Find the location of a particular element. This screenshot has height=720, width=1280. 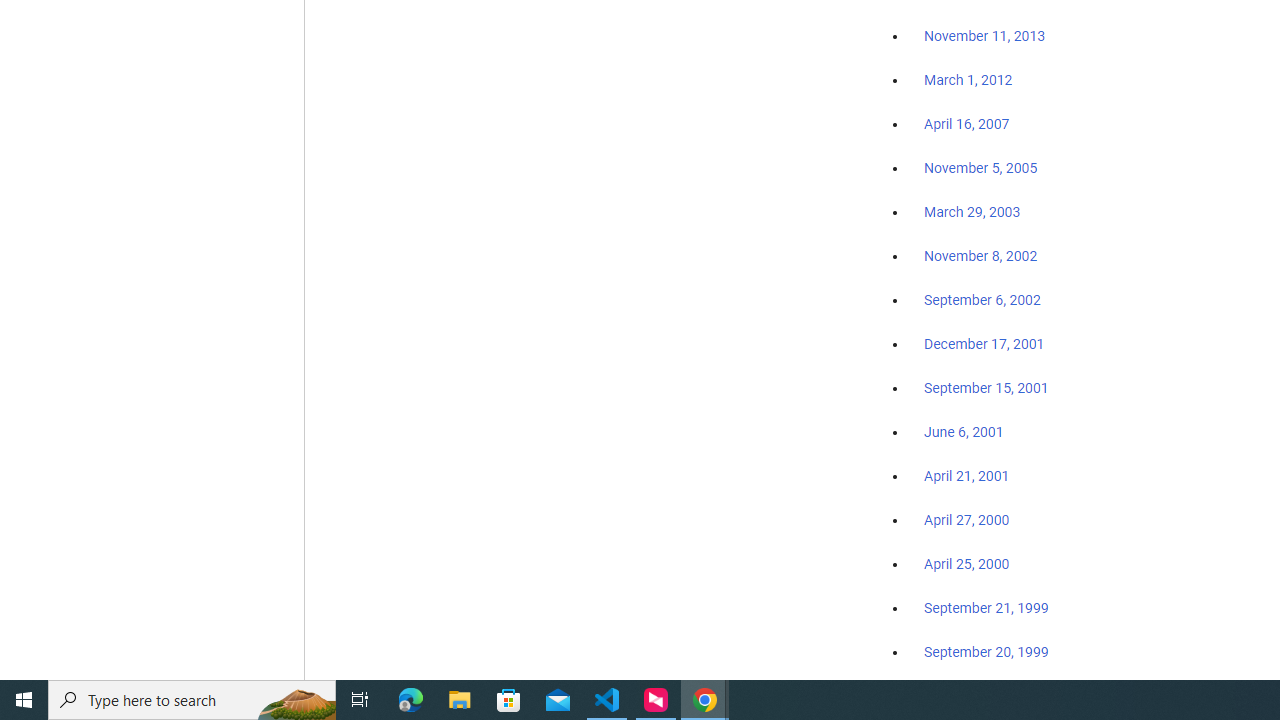

'September 20, 1999' is located at coordinates (986, 651).